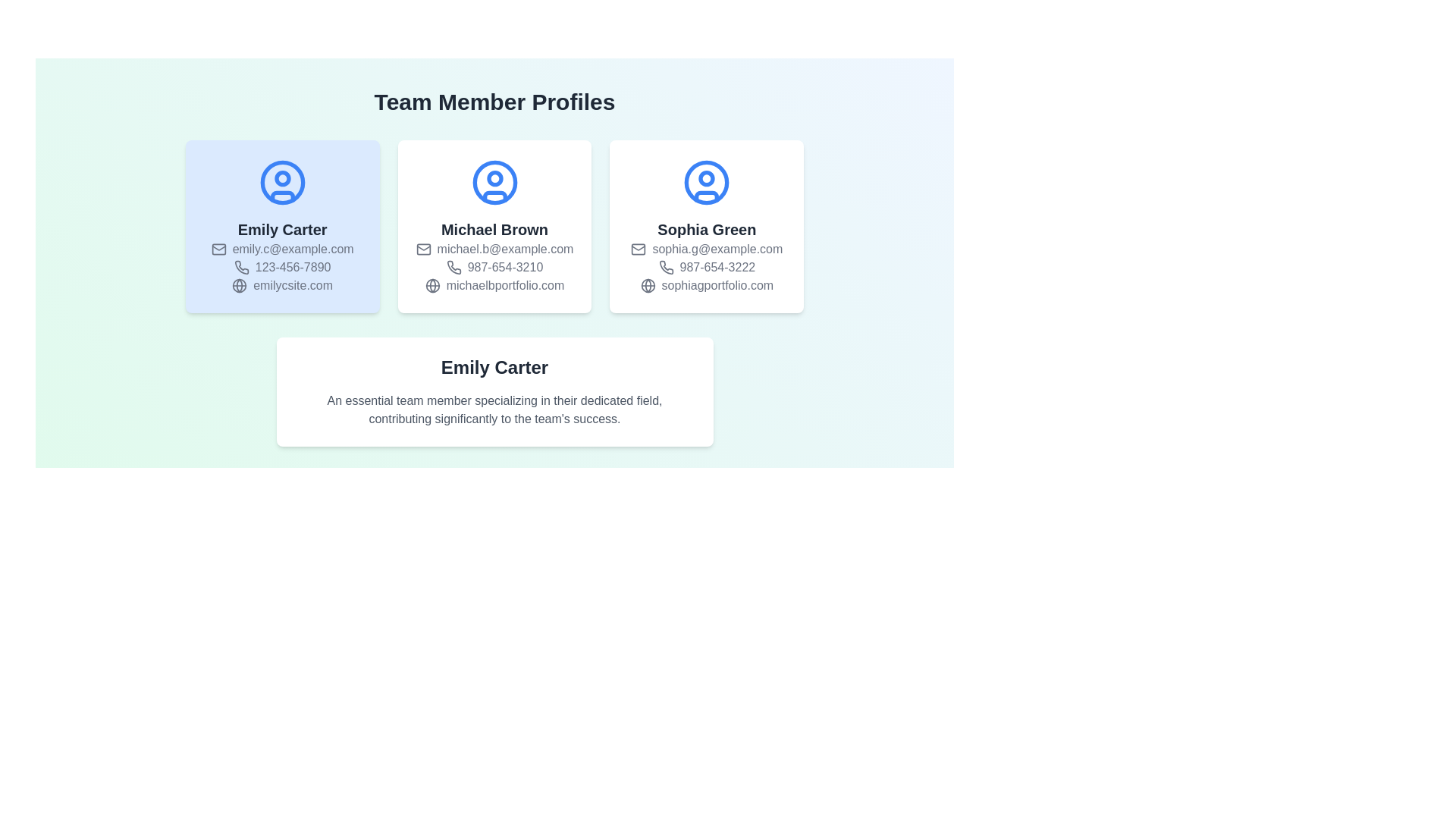  Describe the element at coordinates (494, 267) in the screenshot. I see `the phone number element with an adjacent phone icon associated with 'Michael Brown', which is located in the middle section of the profile card` at that location.